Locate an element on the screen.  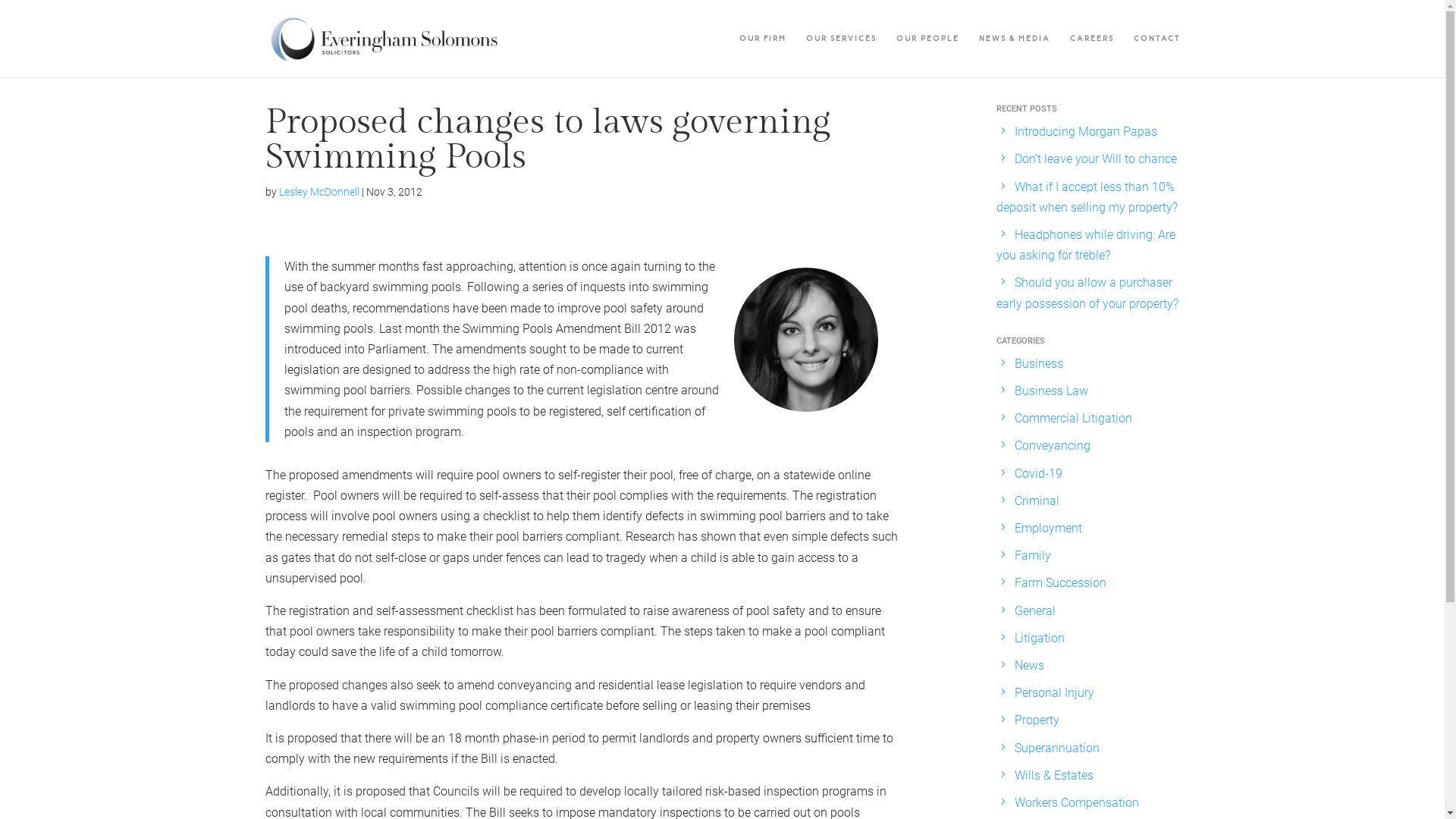
'Commercial Litigation' is located at coordinates (1072, 418).